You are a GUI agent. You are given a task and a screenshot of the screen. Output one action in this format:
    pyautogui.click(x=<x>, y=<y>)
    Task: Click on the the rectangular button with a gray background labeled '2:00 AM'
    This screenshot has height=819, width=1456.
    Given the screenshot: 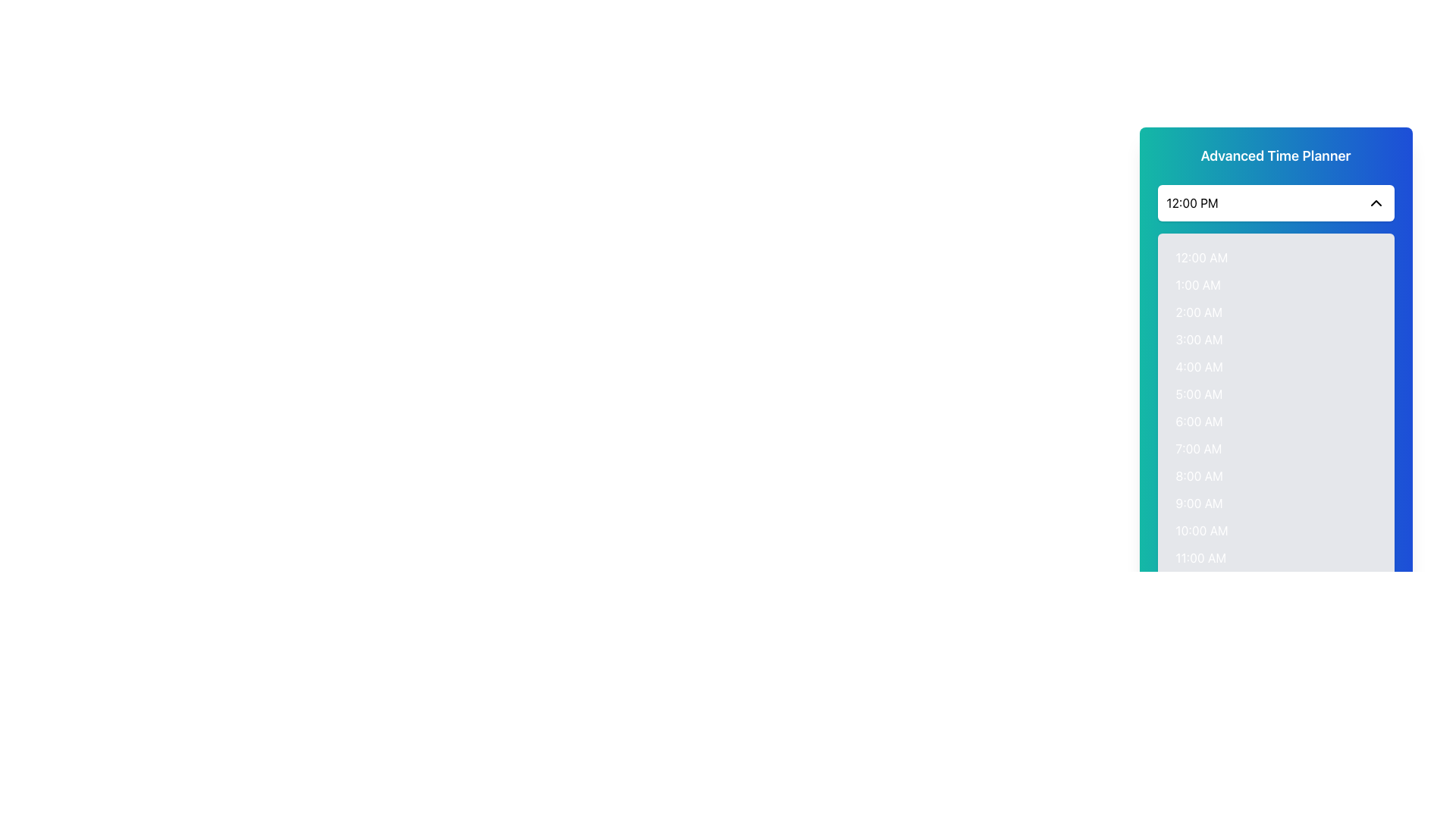 What is the action you would take?
    pyautogui.click(x=1275, y=312)
    